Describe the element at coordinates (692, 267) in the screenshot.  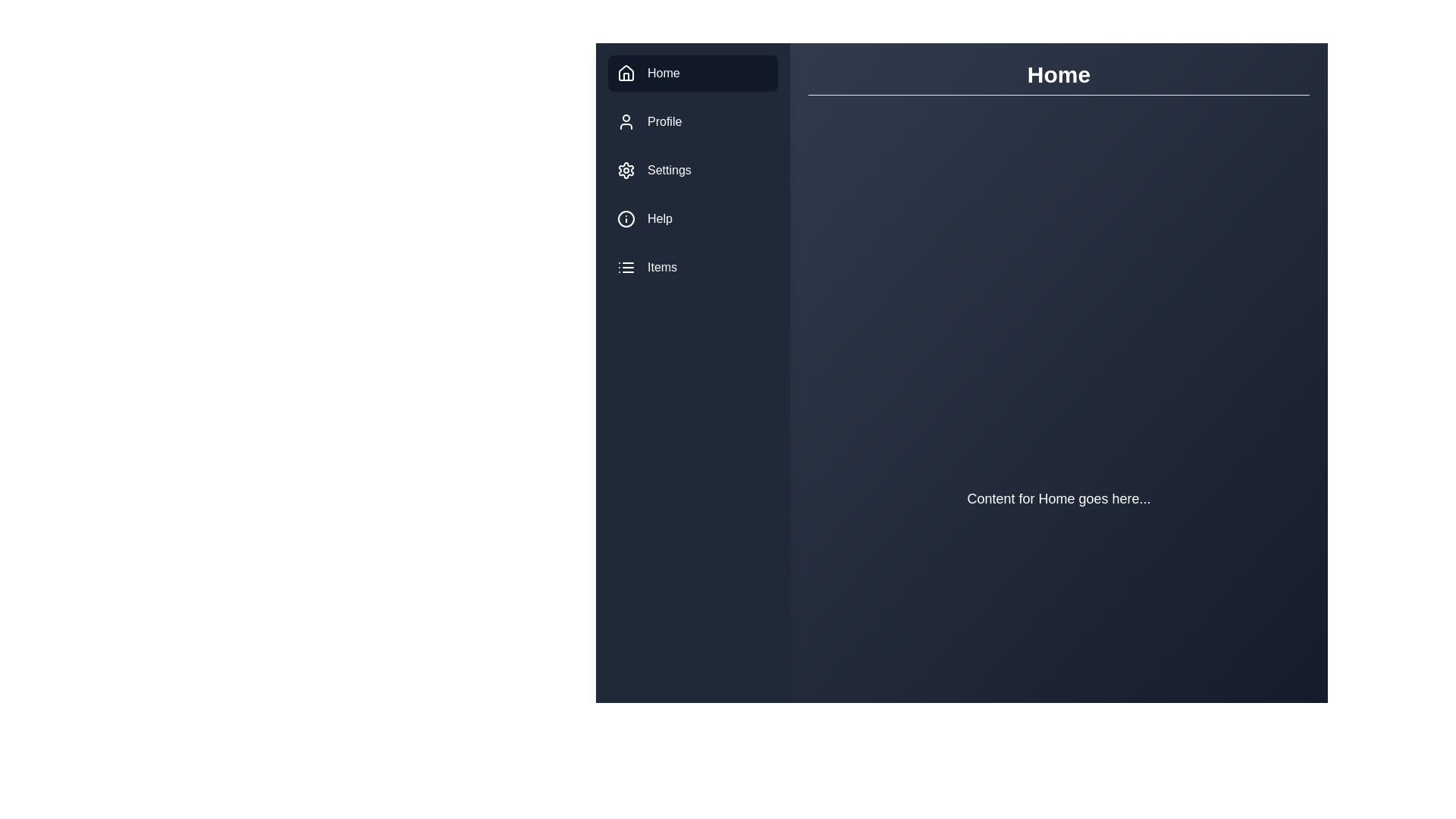
I see `the menu item labeled Items` at that location.